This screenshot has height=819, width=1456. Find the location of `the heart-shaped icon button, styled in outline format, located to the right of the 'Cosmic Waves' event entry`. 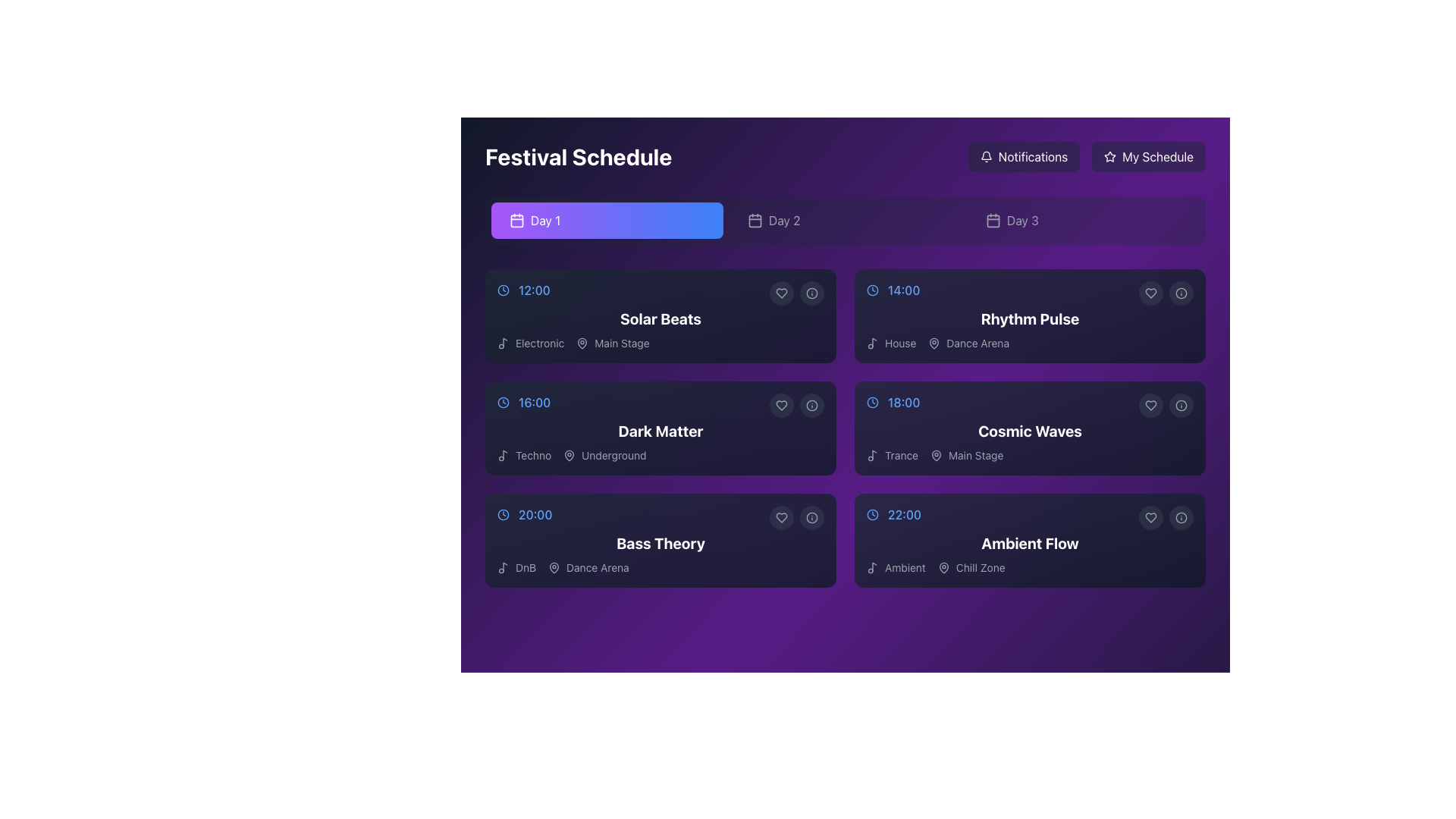

the heart-shaped icon button, styled in outline format, located to the right of the 'Cosmic Waves' event entry is located at coordinates (1150, 405).